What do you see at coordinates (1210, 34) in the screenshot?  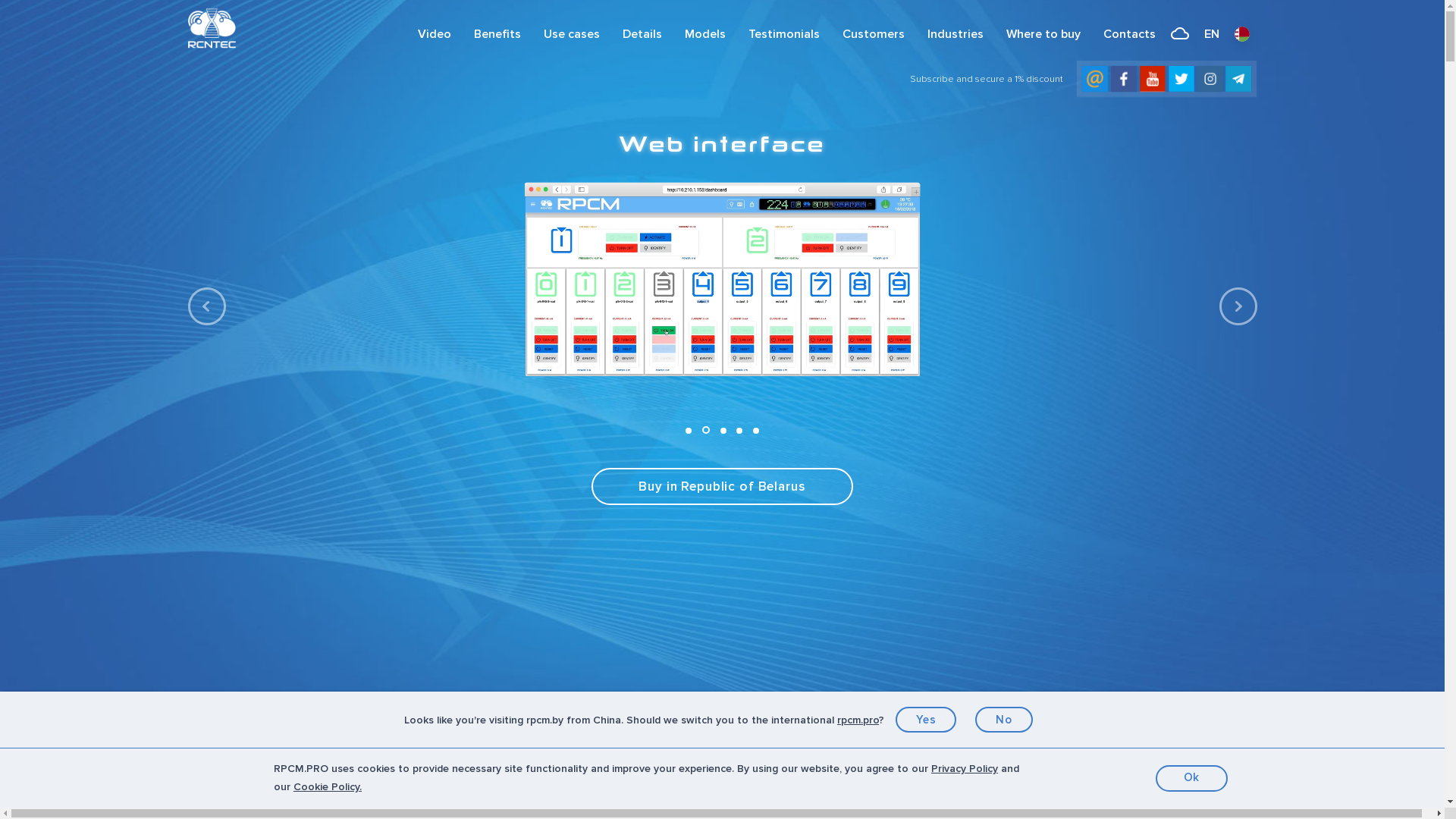 I see `'EN'` at bounding box center [1210, 34].